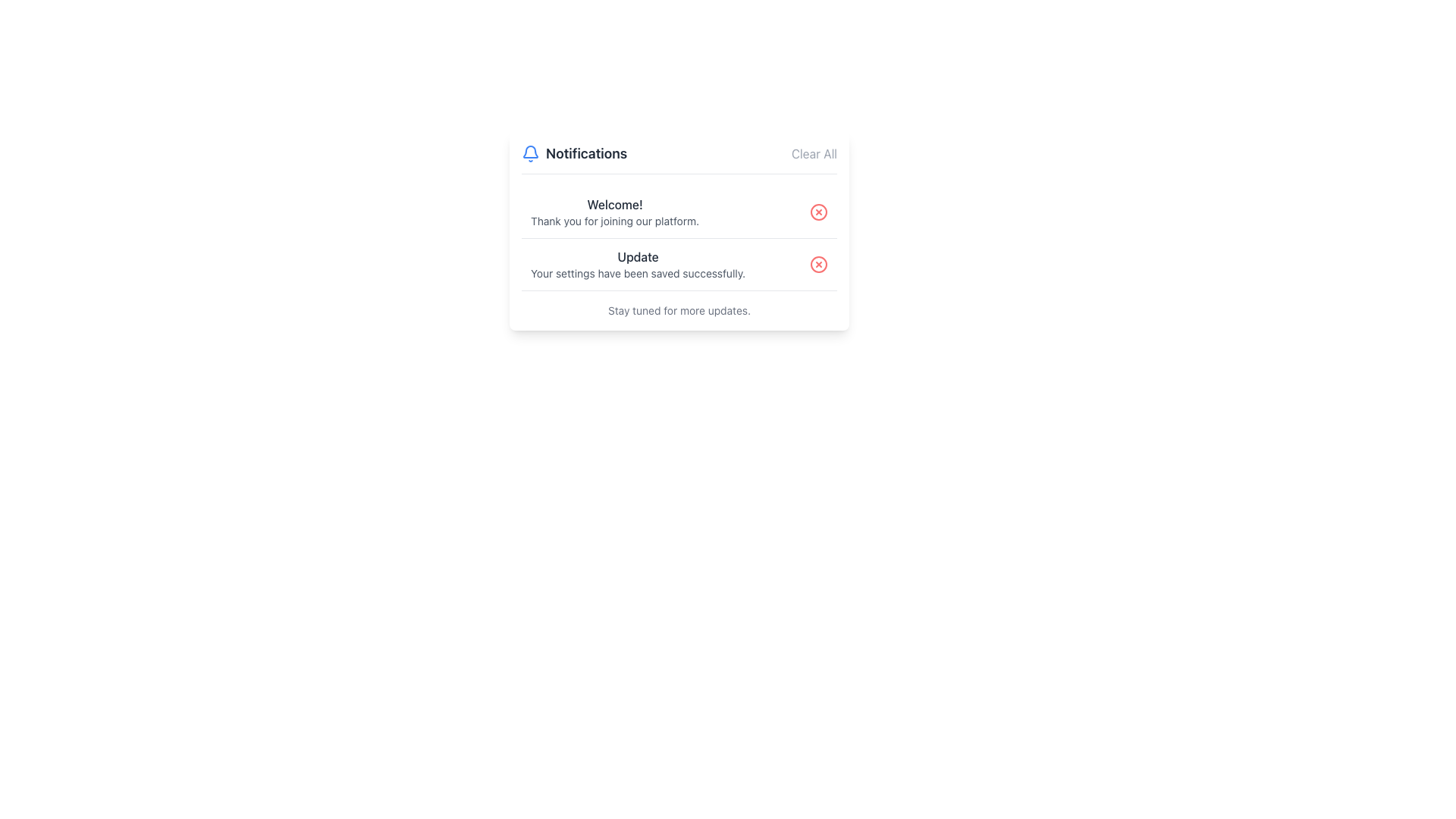  What do you see at coordinates (531, 152) in the screenshot?
I see `the decorative vector graphic representing the notification bell, which is located to the left of the 'Notifications' heading in the notification center panel` at bounding box center [531, 152].